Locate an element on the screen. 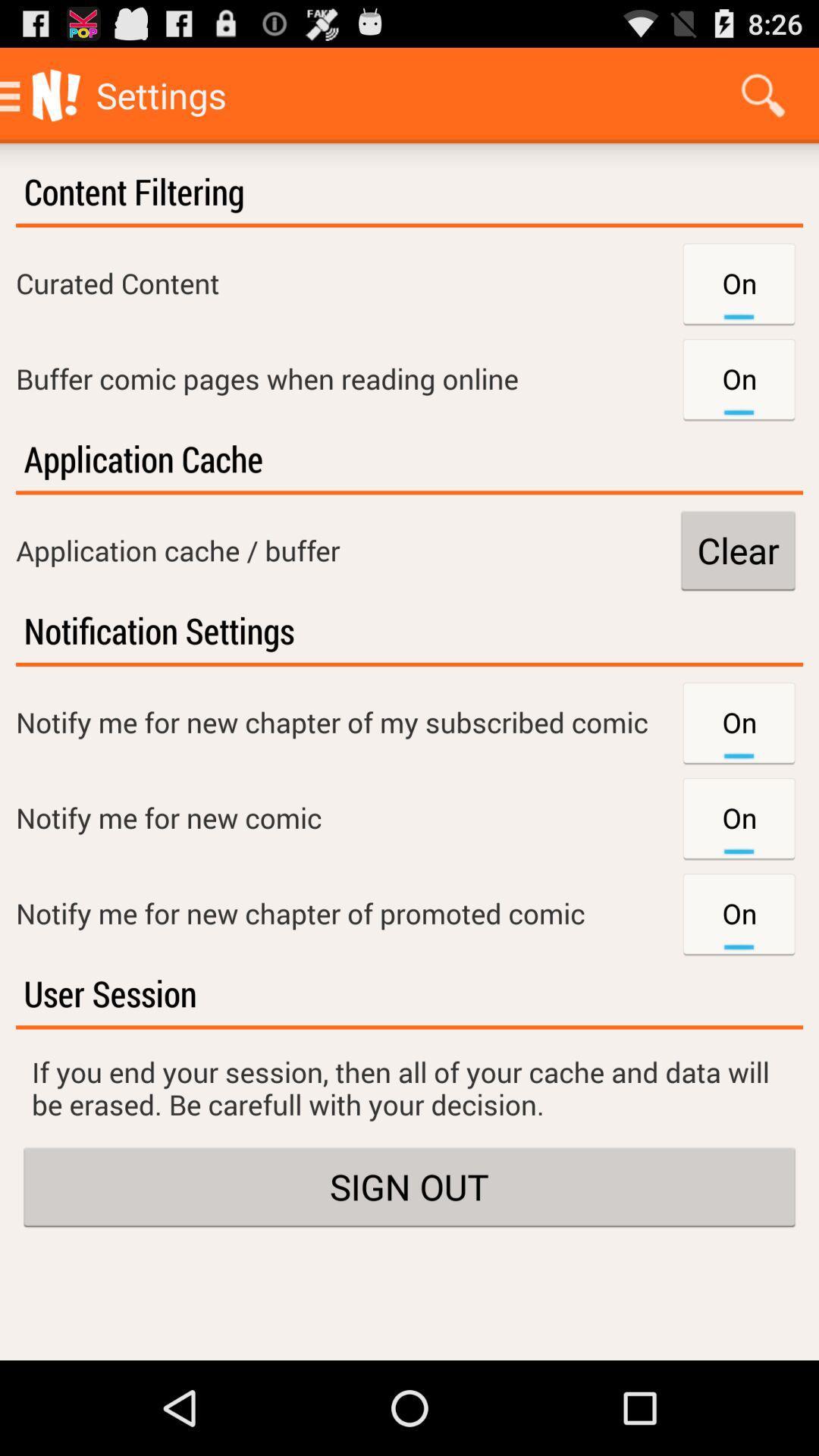 This screenshot has height=1456, width=819. the clear is located at coordinates (737, 549).